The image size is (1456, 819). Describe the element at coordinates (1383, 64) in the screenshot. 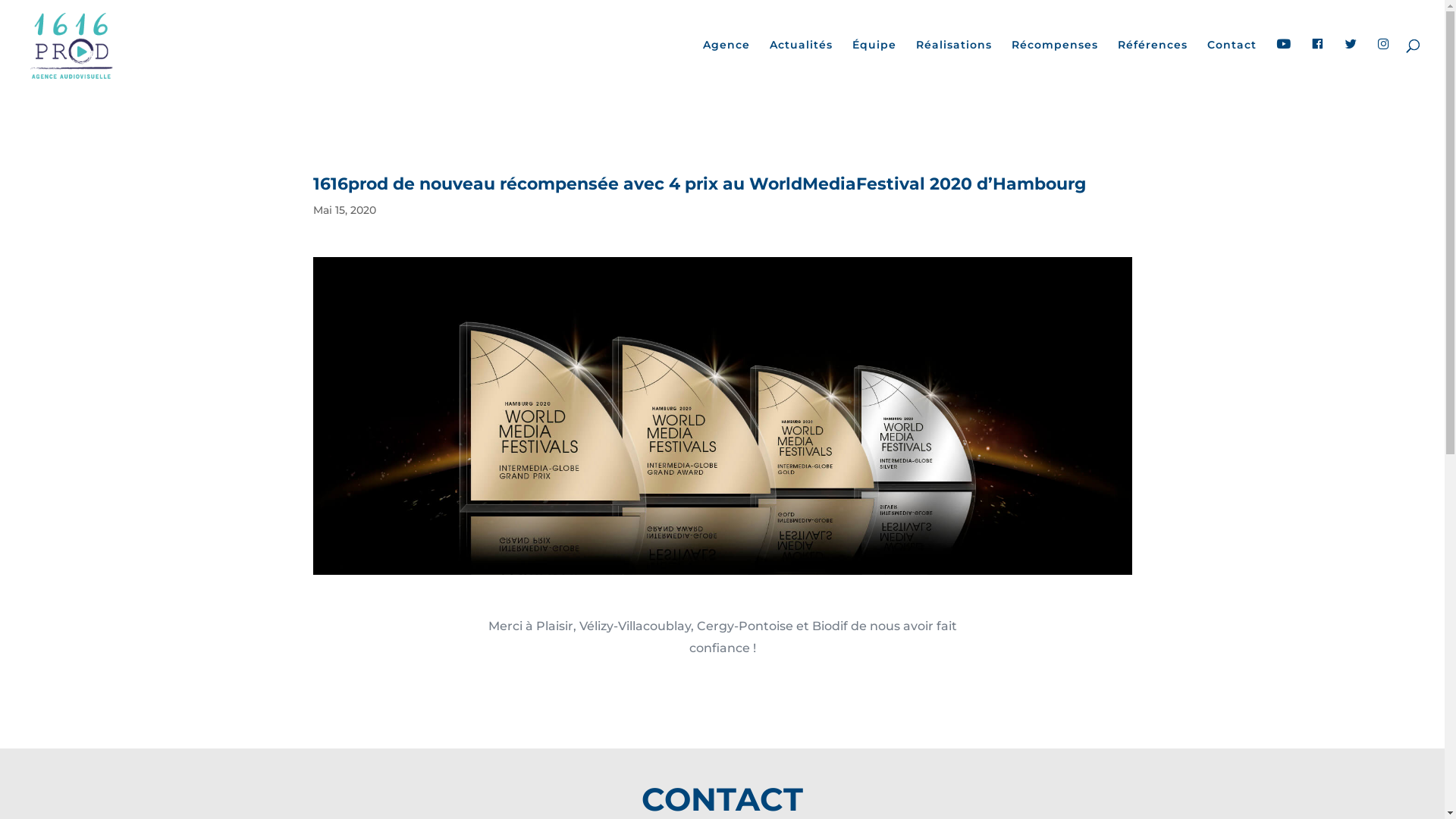

I see `'Instagram'` at that location.